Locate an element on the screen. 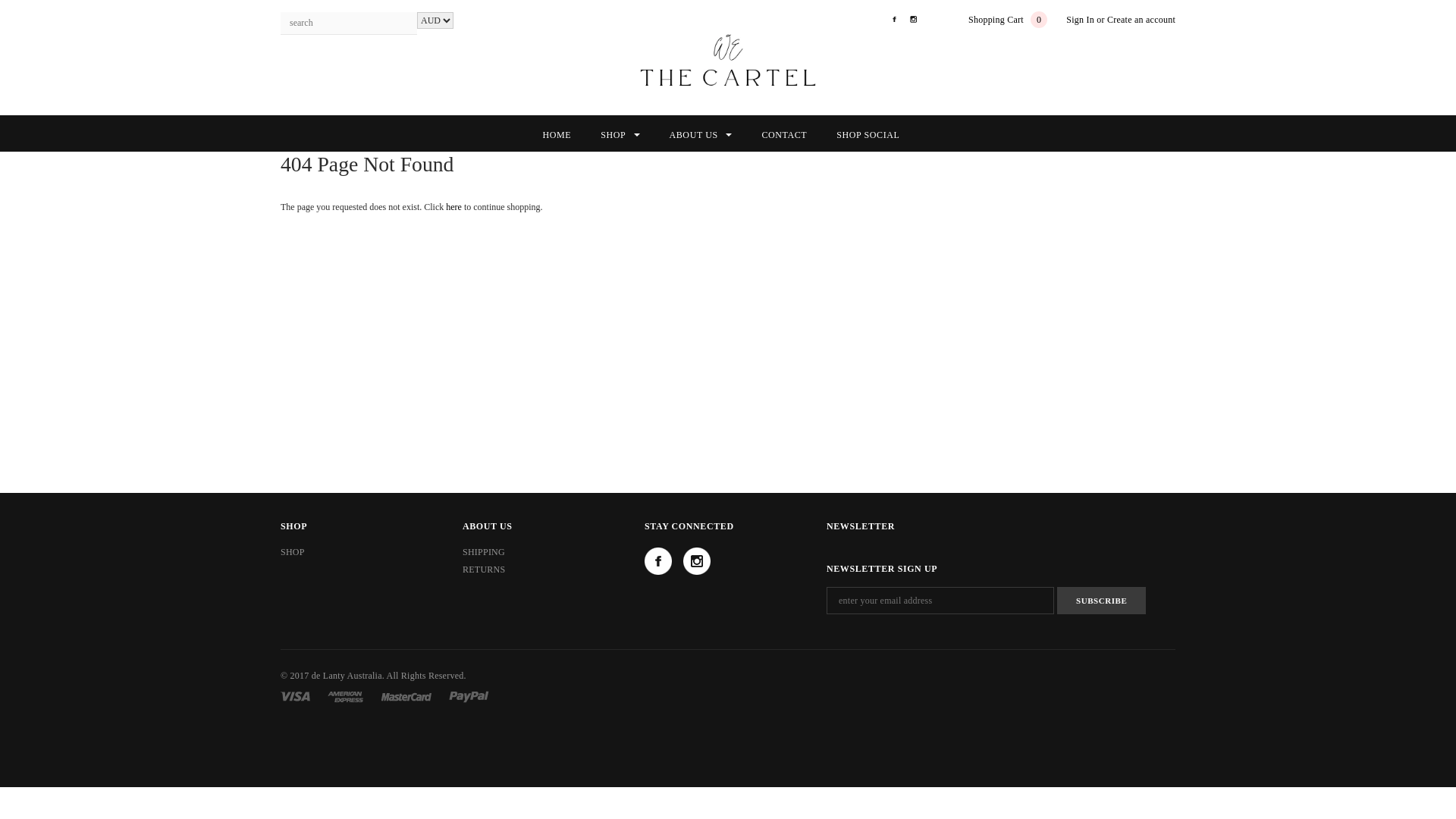  'Sign In' is located at coordinates (1079, 20).